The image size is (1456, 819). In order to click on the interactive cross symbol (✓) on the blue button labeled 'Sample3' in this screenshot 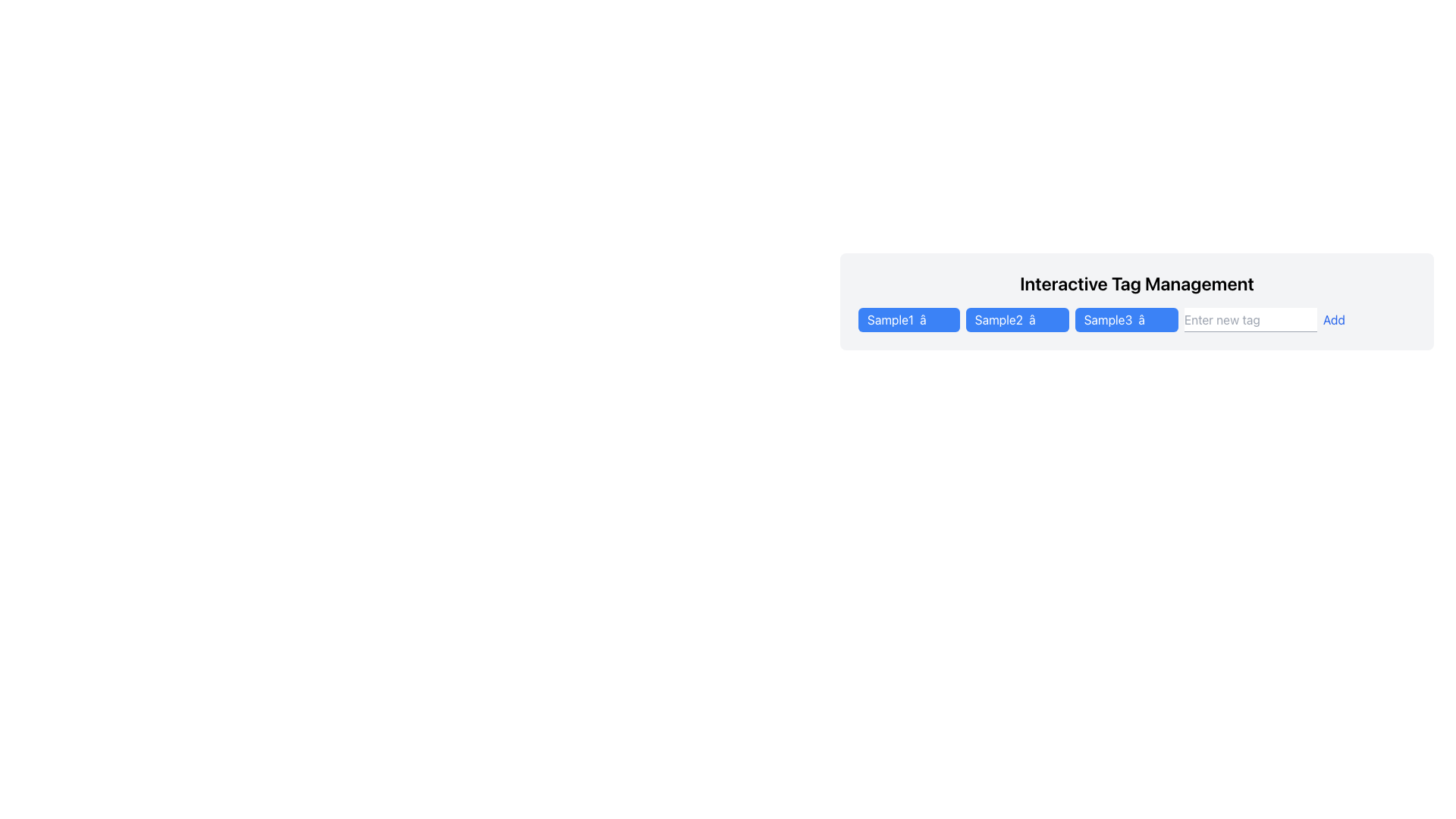, I will do `click(1126, 318)`.